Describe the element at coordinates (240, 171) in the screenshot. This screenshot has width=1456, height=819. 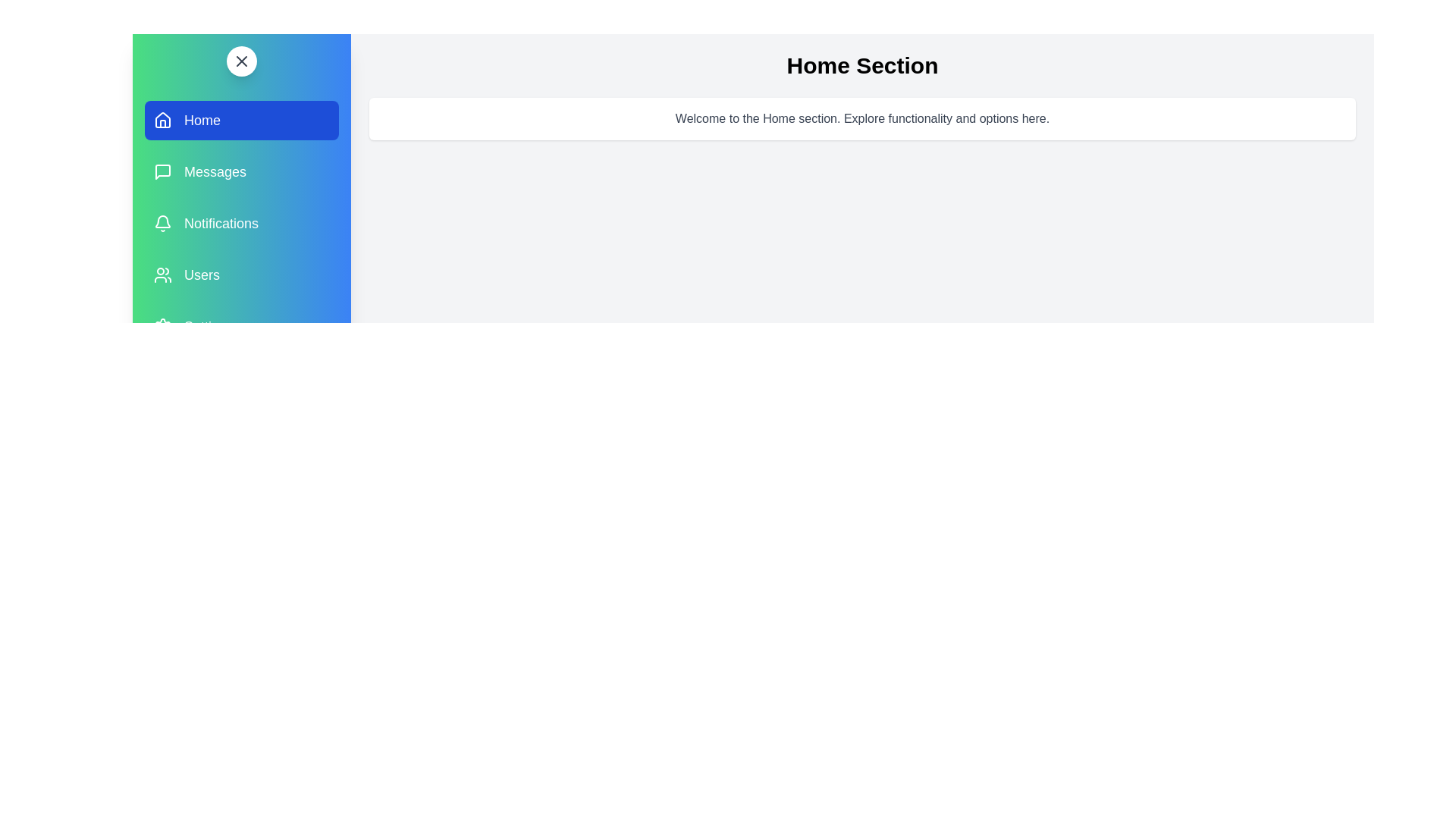
I see `the menu item Messages by clicking on it` at that location.